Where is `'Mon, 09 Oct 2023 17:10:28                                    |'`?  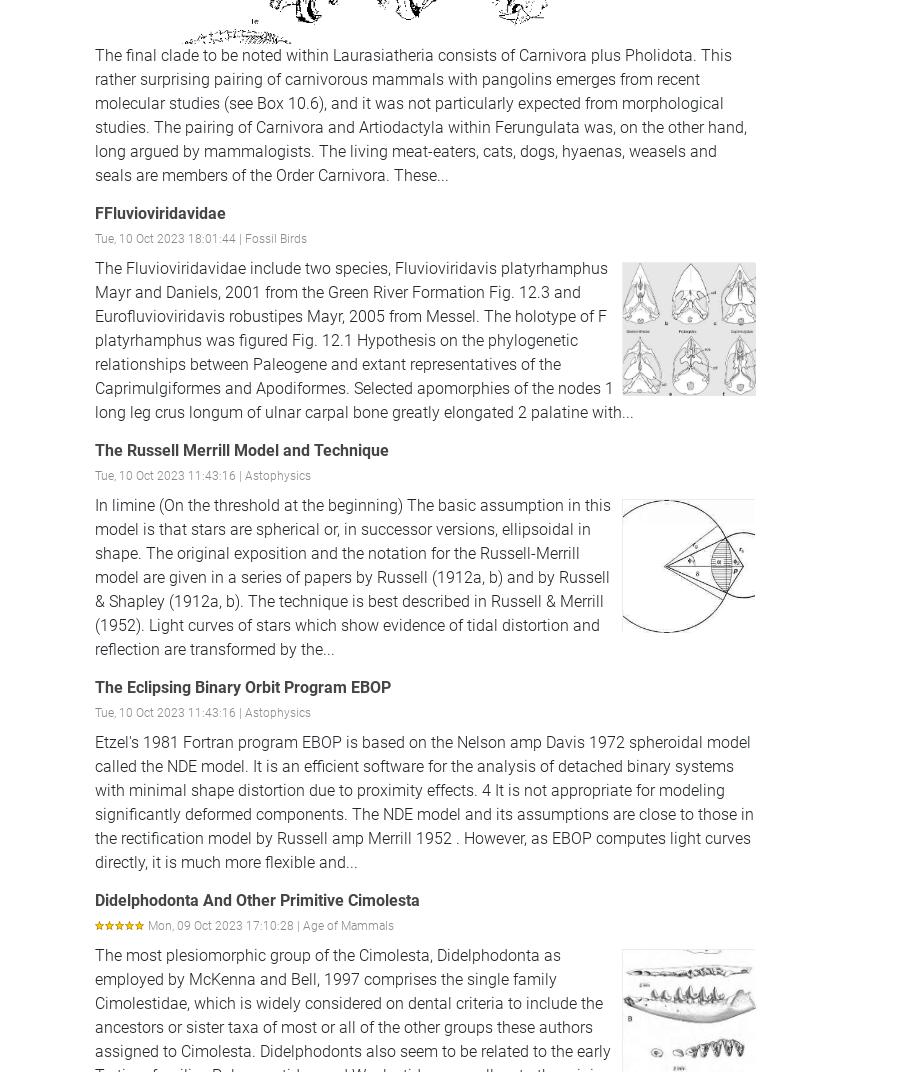 'Mon, 09 Oct 2023 17:10:28                                    |' is located at coordinates (225, 925).